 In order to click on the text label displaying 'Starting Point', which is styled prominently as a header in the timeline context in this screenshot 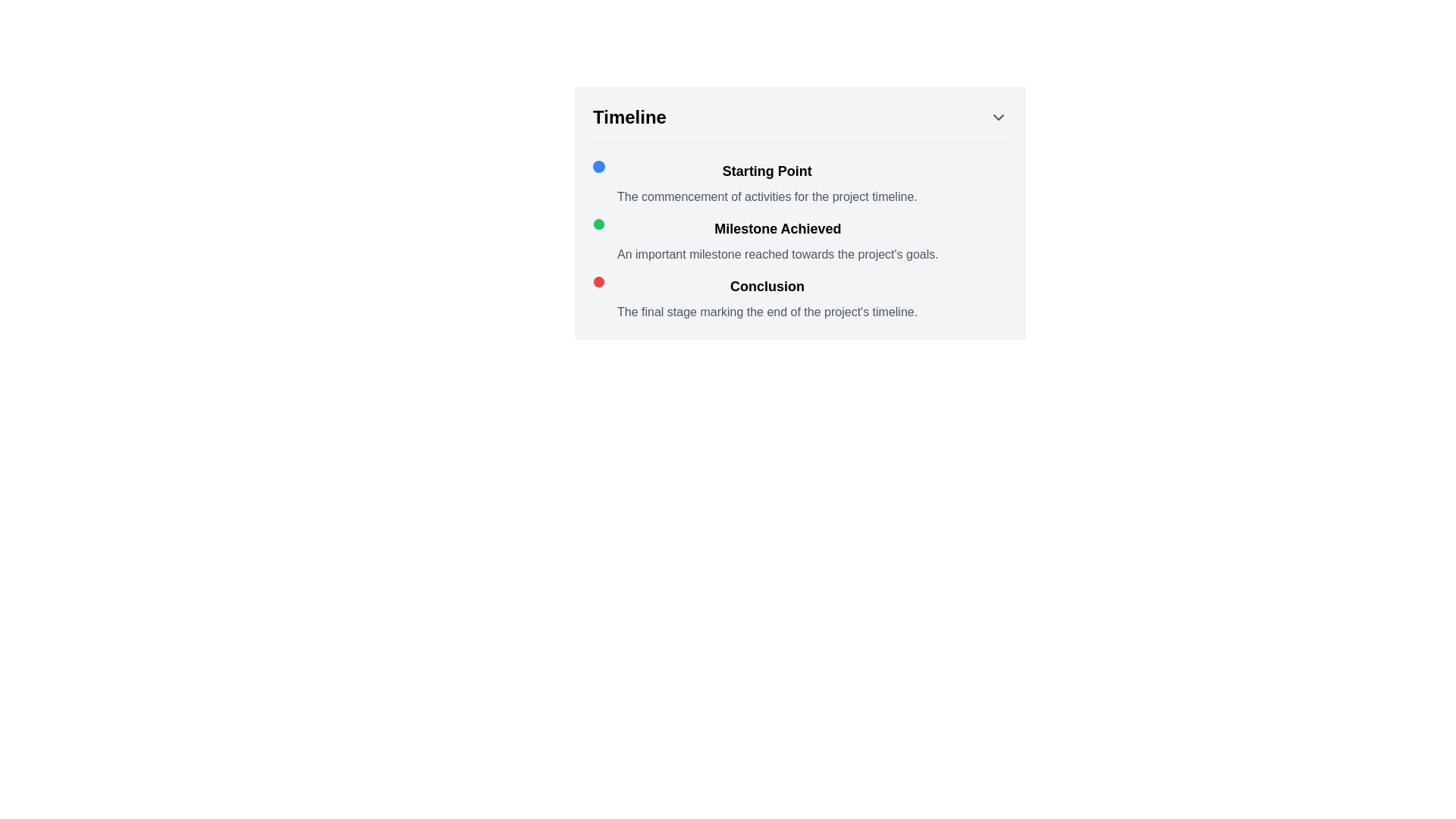, I will do `click(767, 171)`.